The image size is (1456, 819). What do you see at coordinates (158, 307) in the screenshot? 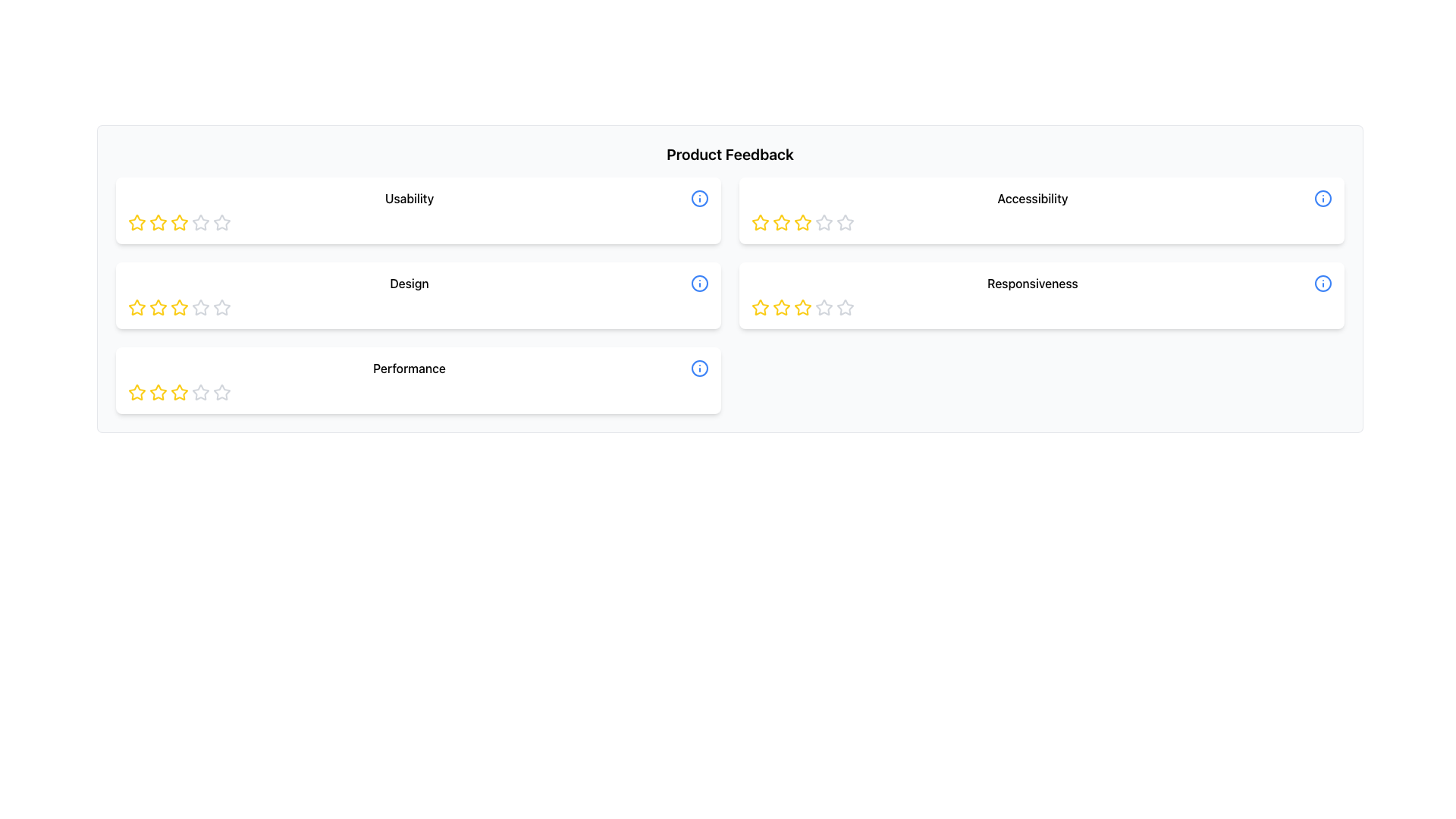
I see `the third star icon representing the 'Design' rating to adjust the rating to three stars` at bounding box center [158, 307].